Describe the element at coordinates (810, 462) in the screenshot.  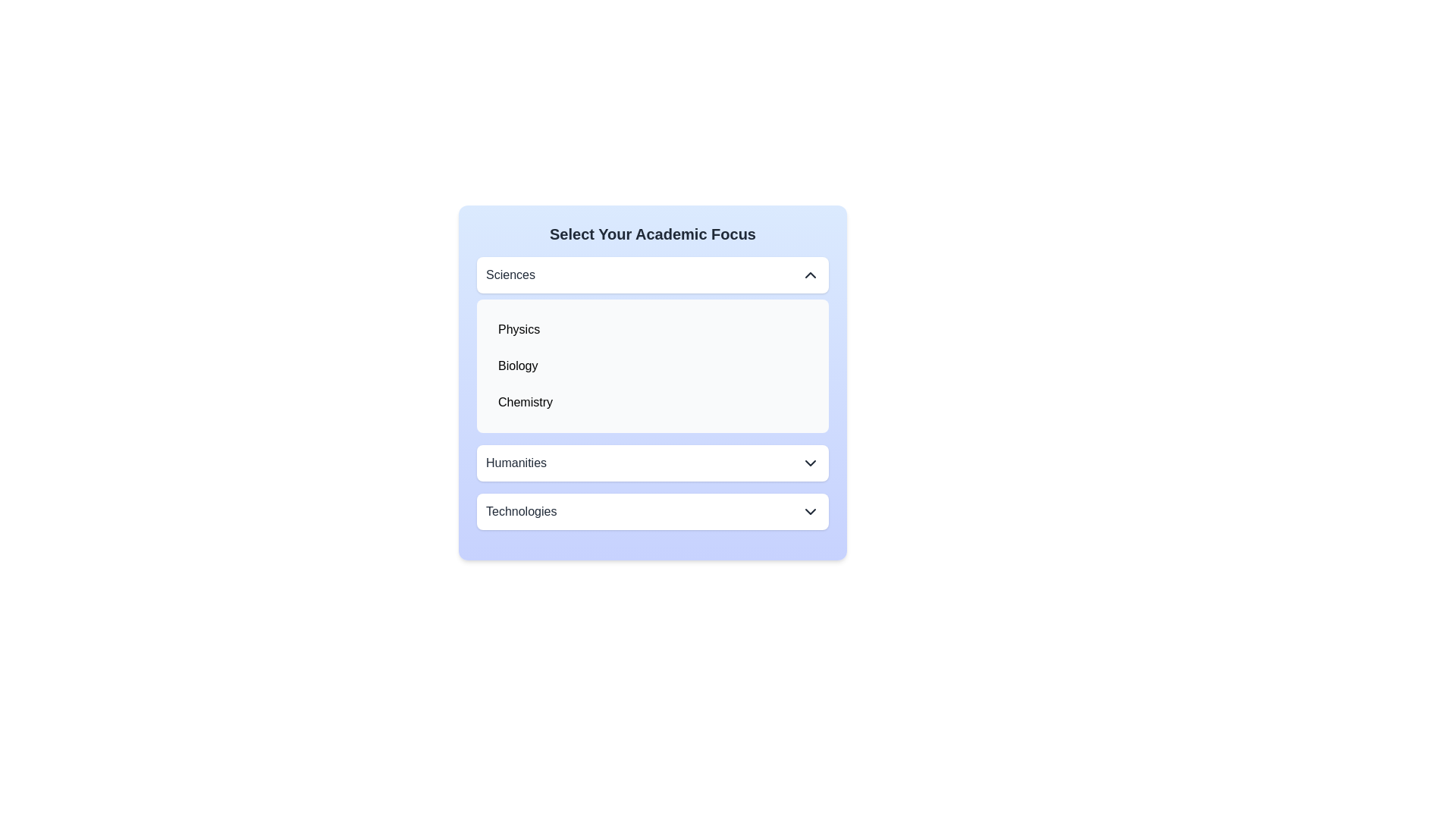
I see `the chevron icon located at the far-right side of the 'Humanities' button` at that location.